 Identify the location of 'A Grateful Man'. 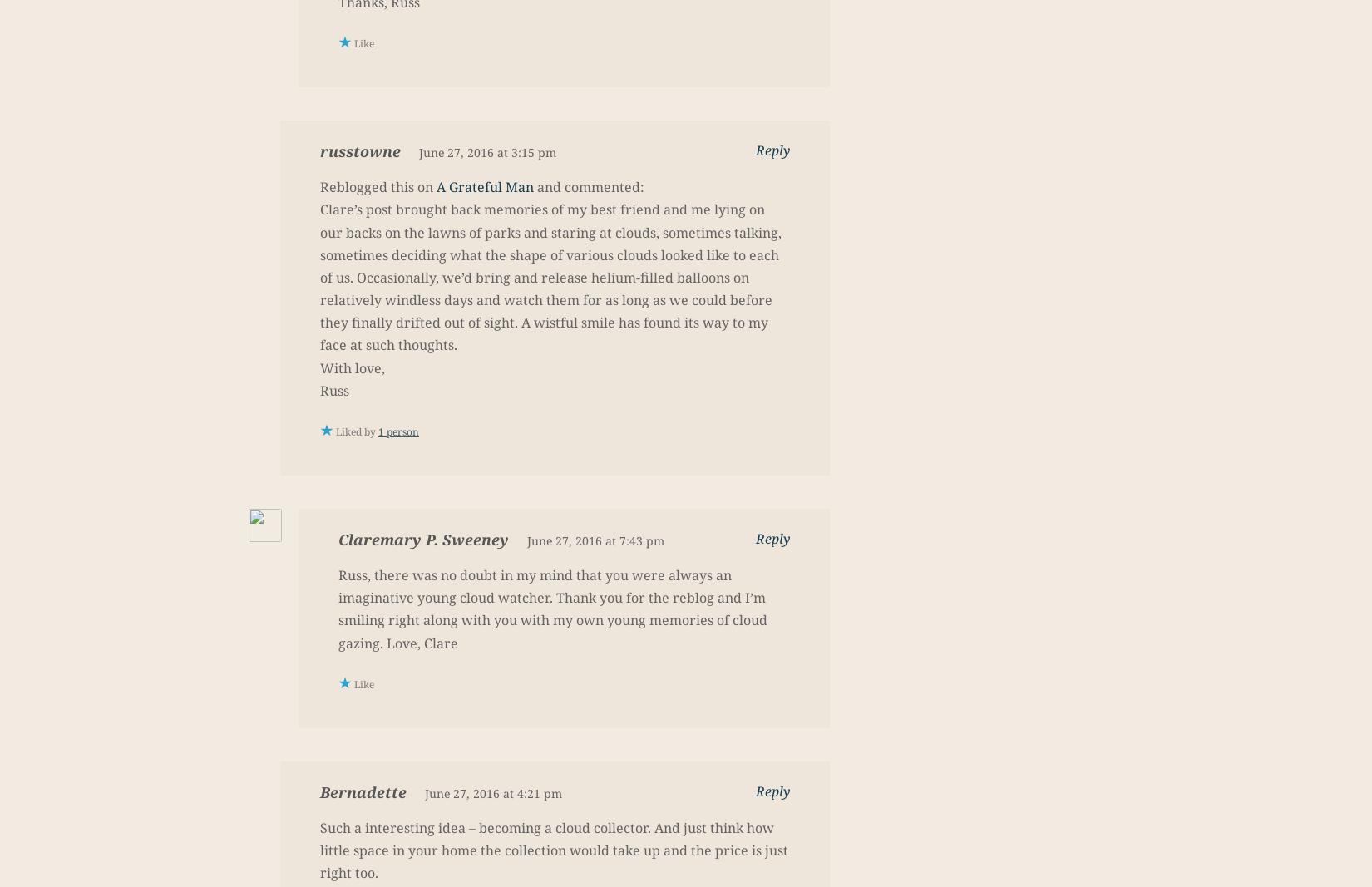
(484, 187).